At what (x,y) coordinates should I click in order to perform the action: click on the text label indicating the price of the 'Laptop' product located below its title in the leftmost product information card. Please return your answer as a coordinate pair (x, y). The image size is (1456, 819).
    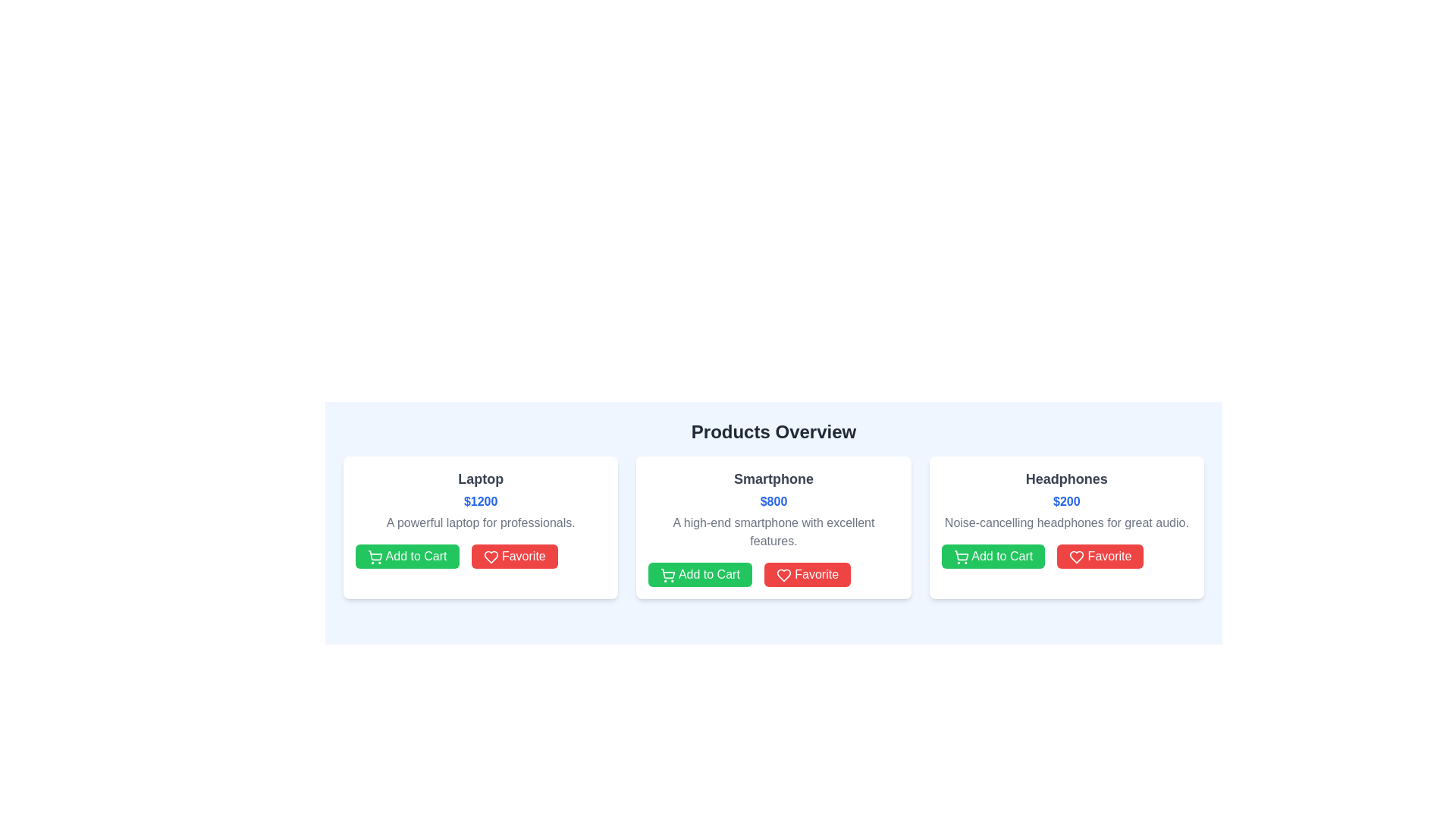
    Looking at the image, I should click on (480, 502).